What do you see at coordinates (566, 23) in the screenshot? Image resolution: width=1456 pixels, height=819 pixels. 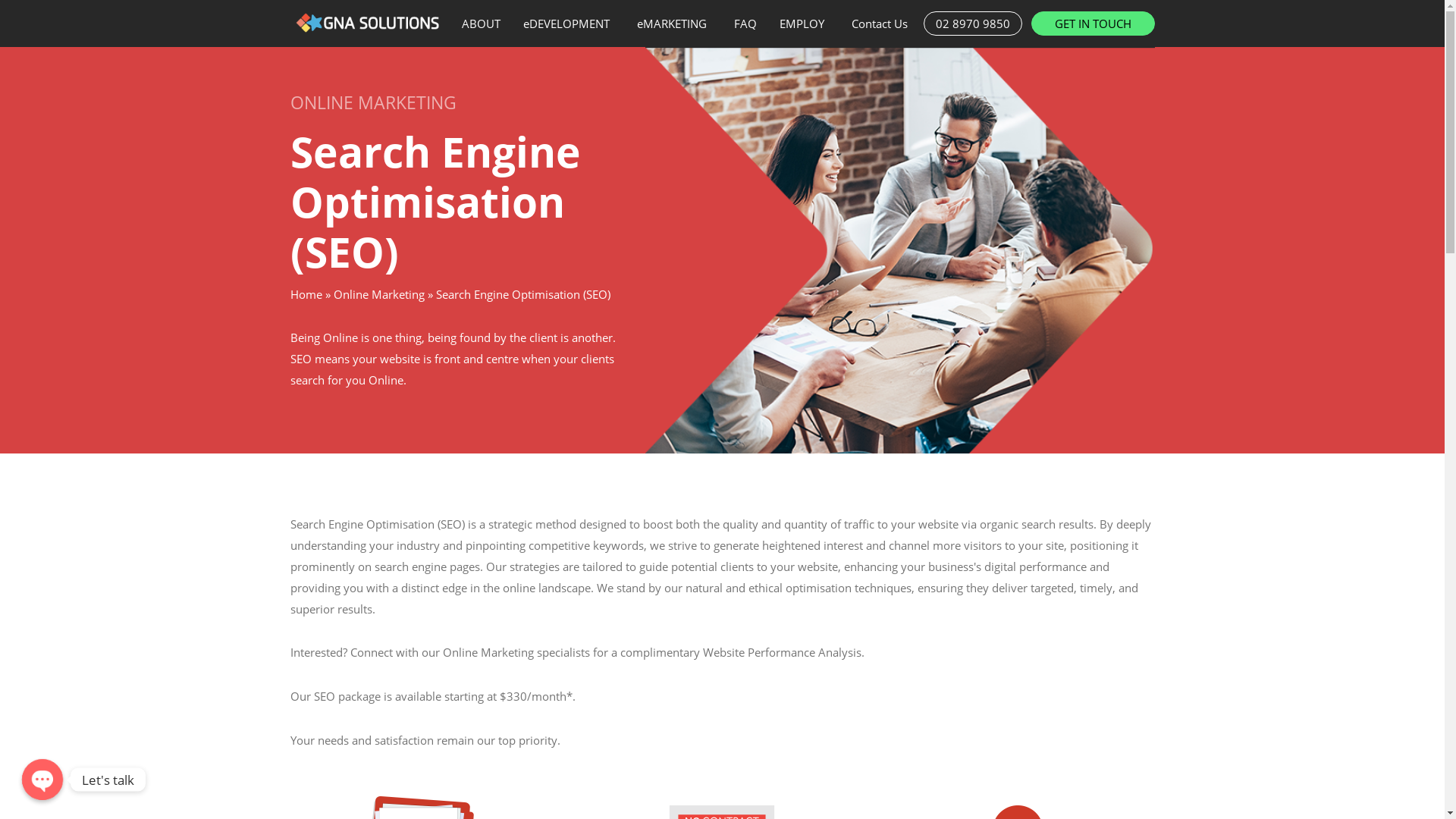 I see `'eDEVELOPMENT'` at bounding box center [566, 23].